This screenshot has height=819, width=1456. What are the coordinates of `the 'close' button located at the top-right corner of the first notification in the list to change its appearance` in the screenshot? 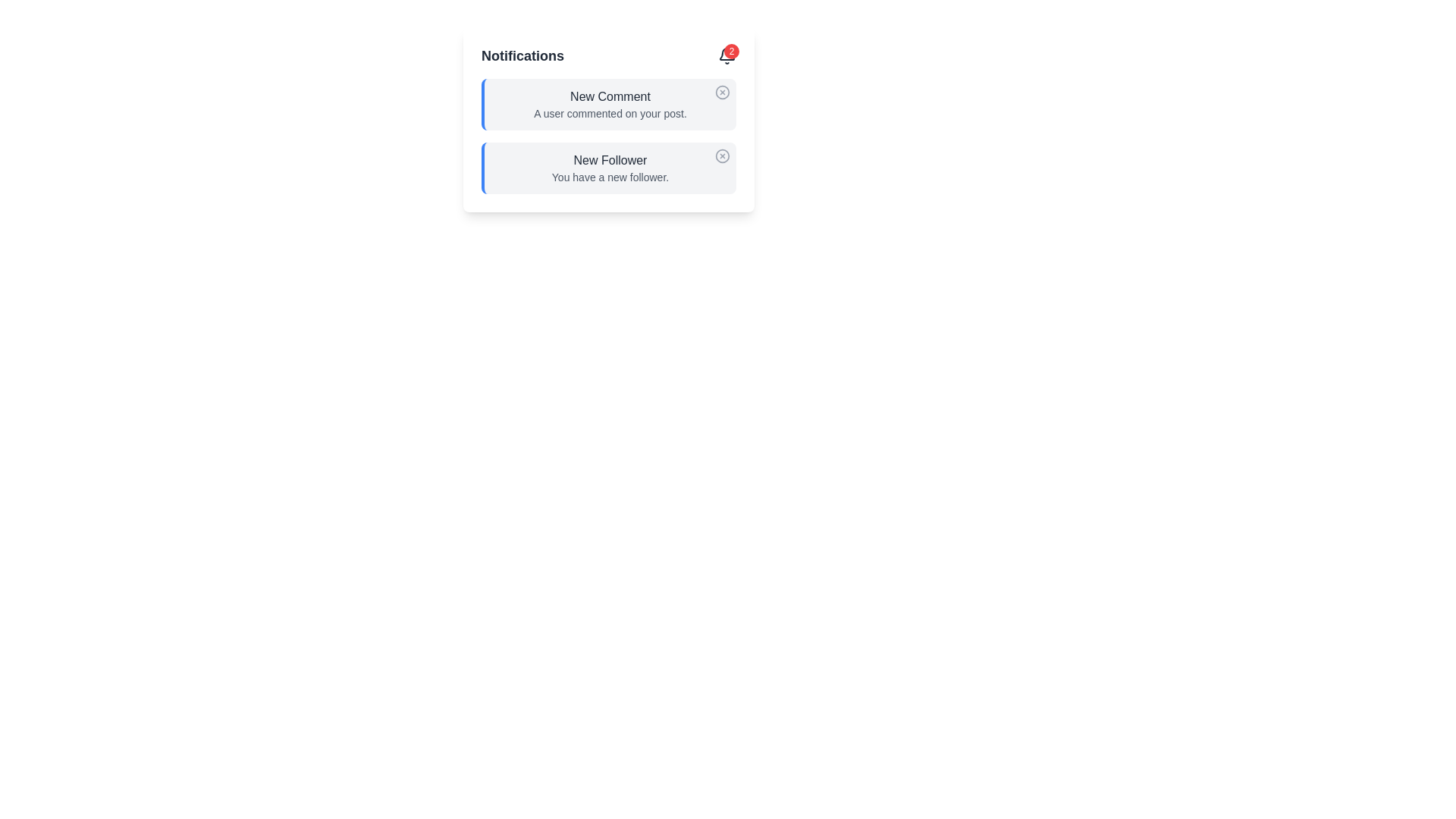 It's located at (722, 93).